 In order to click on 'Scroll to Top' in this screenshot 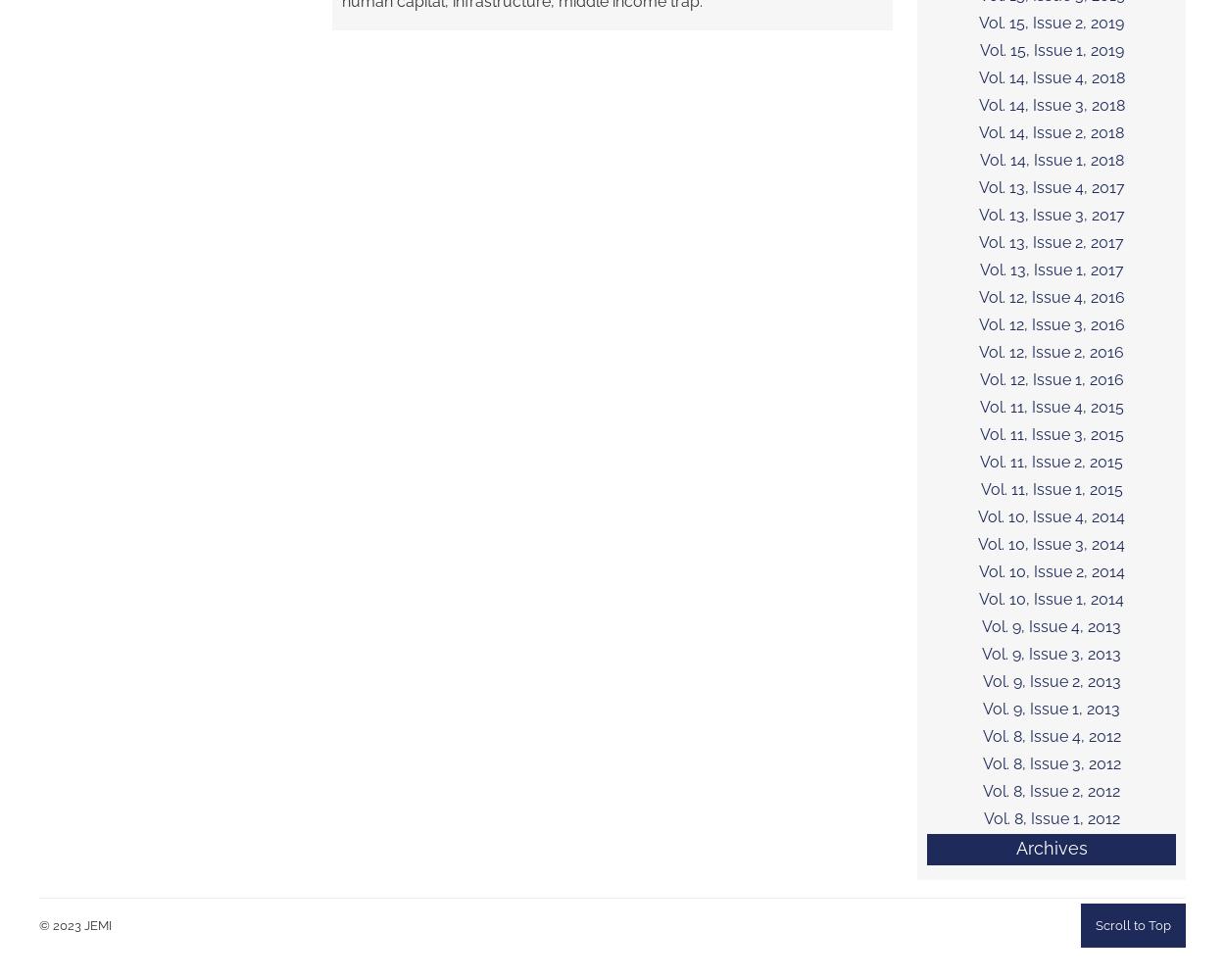, I will do `click(1133, 924)`.